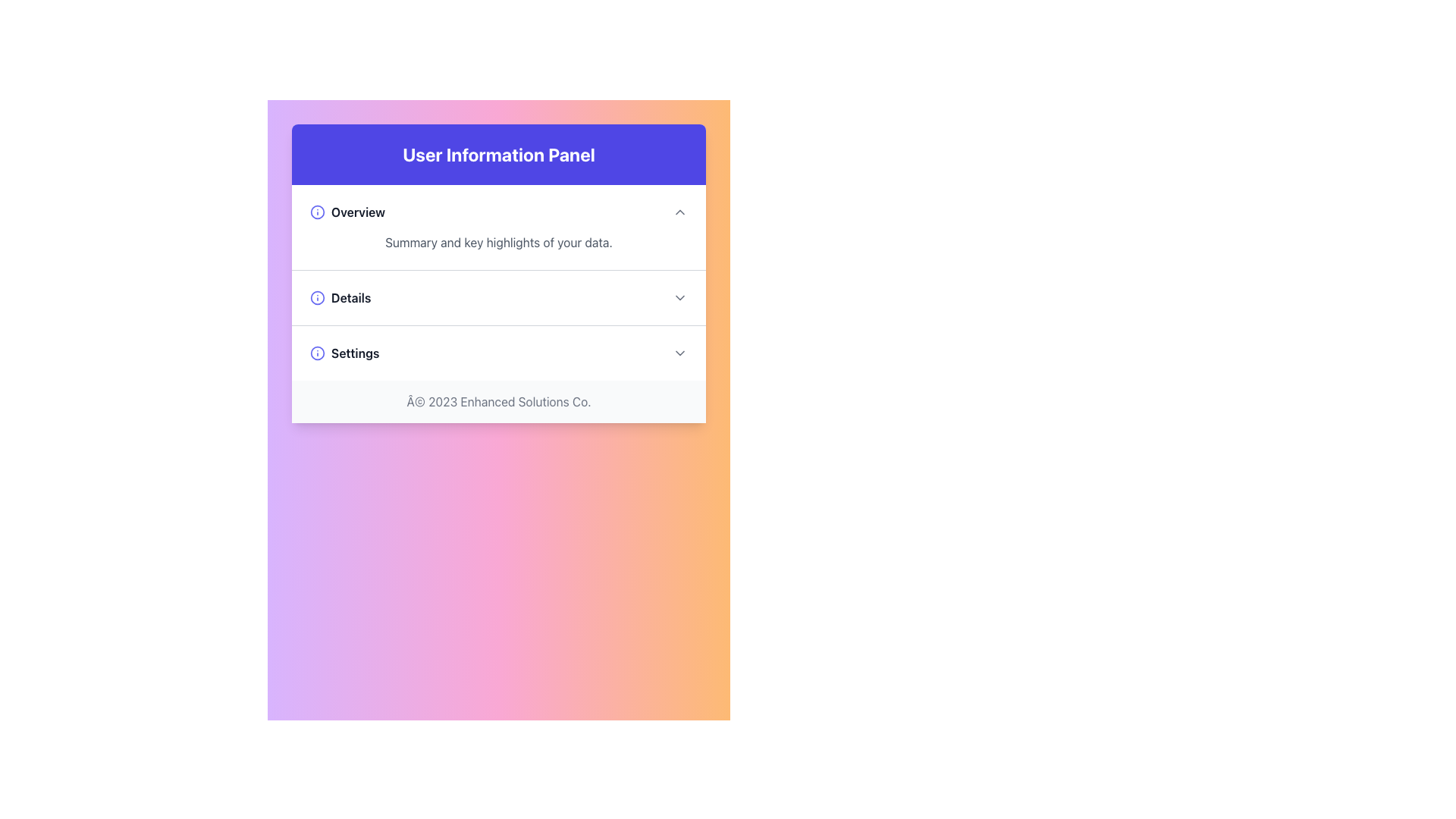 This screenshot has width=1456, height=819. I want to click on the 'Overview' text label with an information icon located at the top of the User Information Panel, so click(347, 212).